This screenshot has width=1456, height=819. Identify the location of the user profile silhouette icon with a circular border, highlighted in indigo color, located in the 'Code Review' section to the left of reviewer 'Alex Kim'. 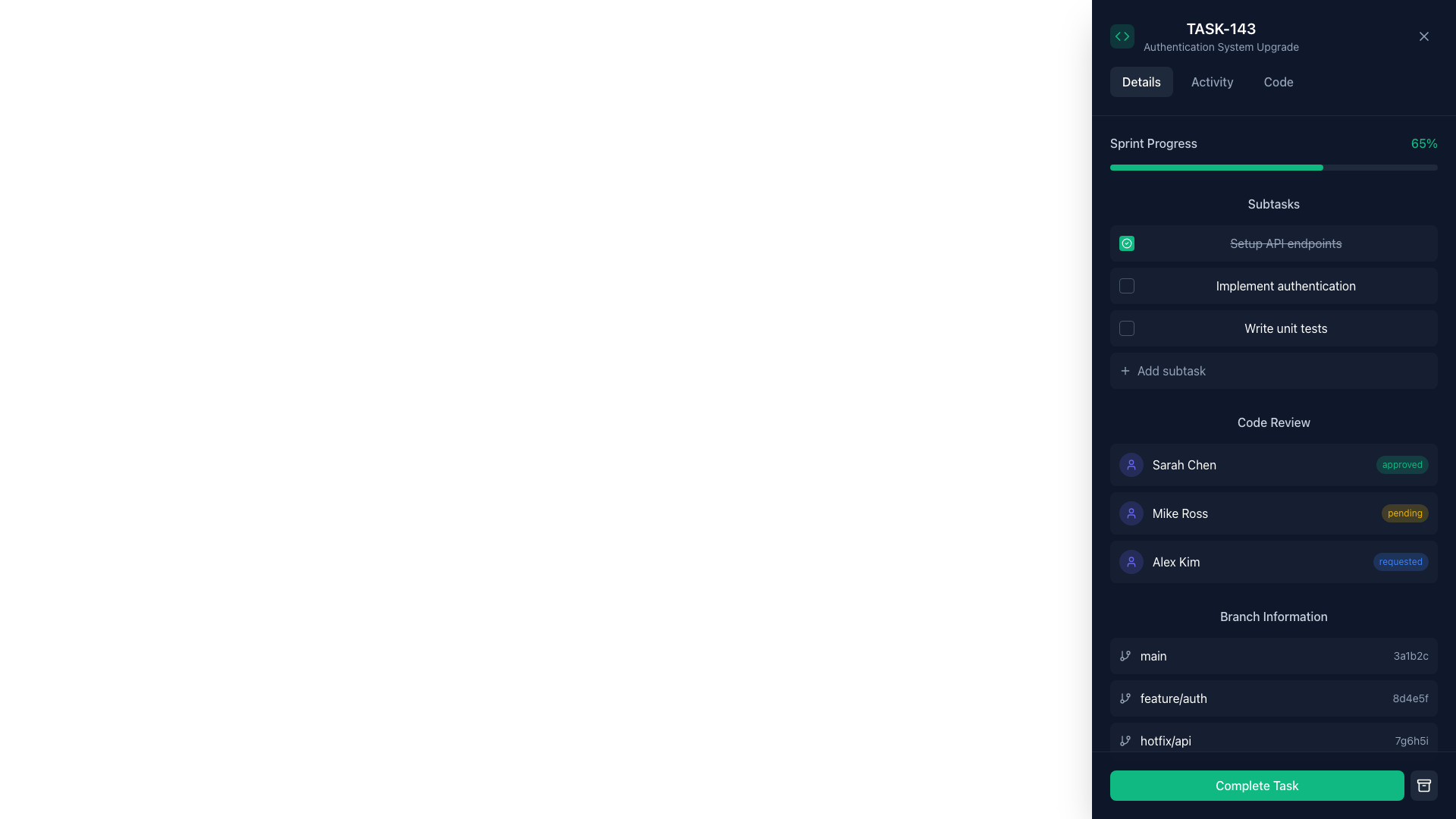
(1131, 513).